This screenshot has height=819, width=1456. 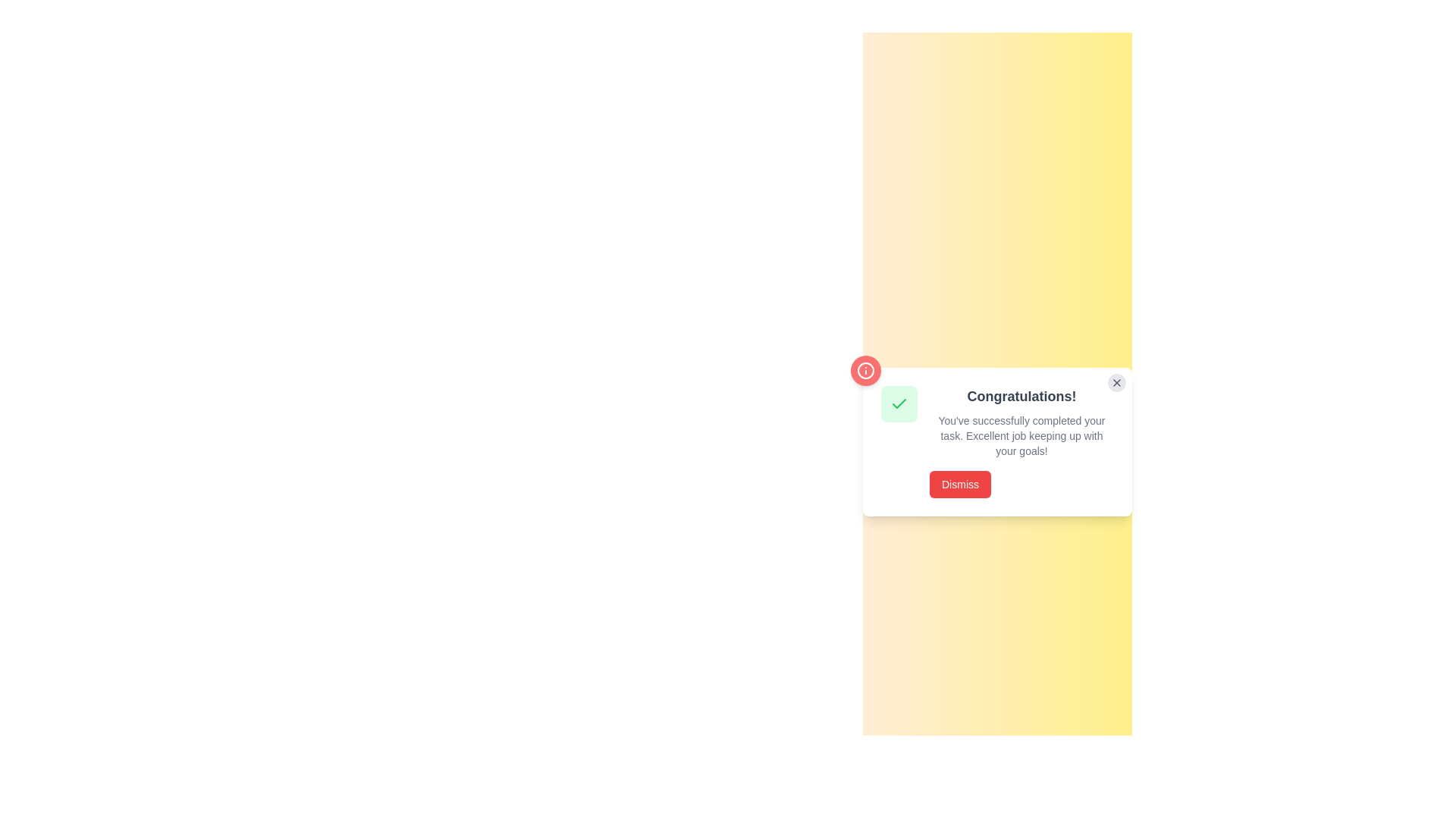 What do you see at coordinates (1117, 382) in the screenshot?
I see `the close button located at the top-right corner of the congratulatory message card` at bounding box center [1117, 382].